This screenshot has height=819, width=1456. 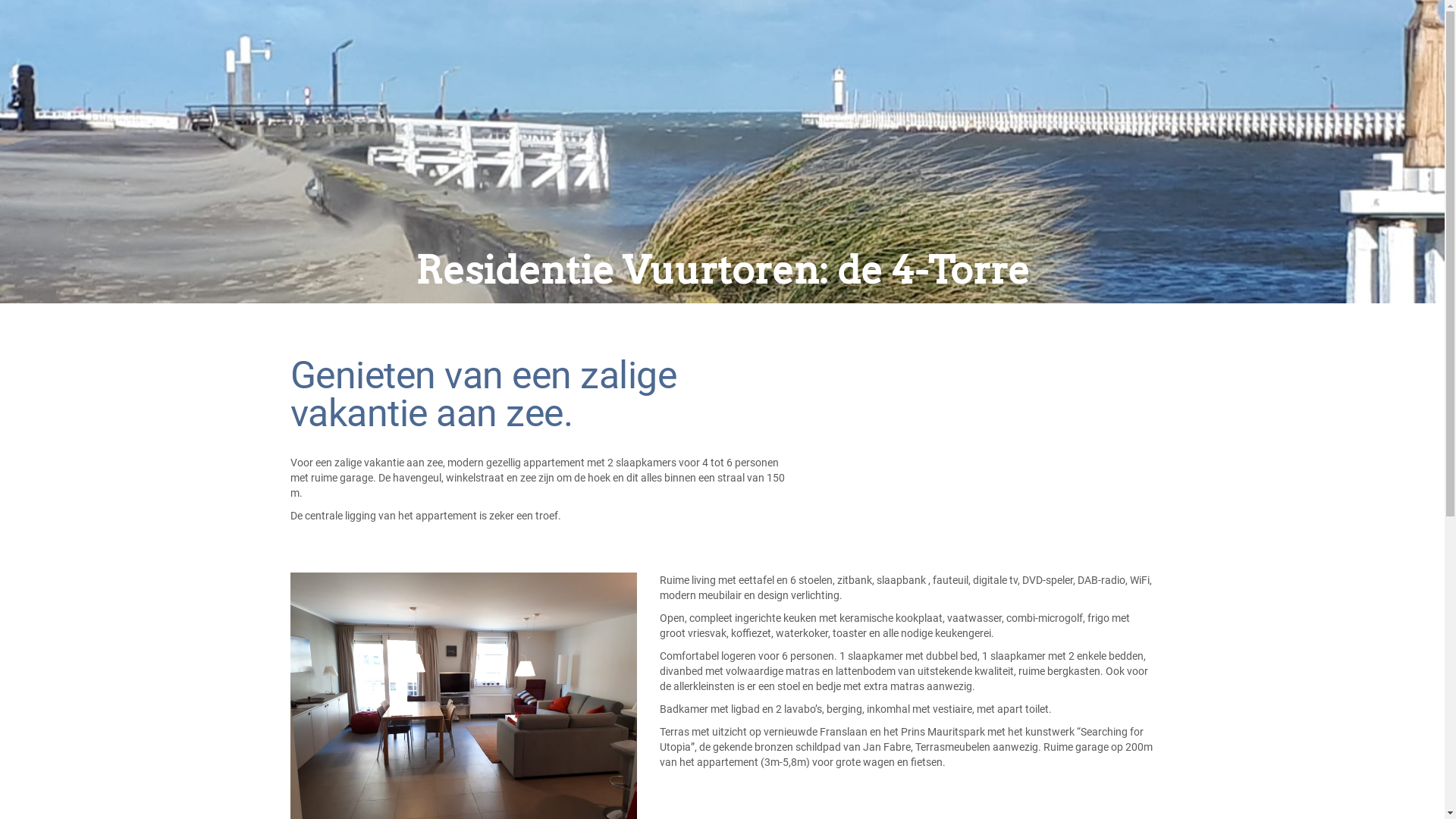 I want to click on 'Home, so click(x=345, y=51).